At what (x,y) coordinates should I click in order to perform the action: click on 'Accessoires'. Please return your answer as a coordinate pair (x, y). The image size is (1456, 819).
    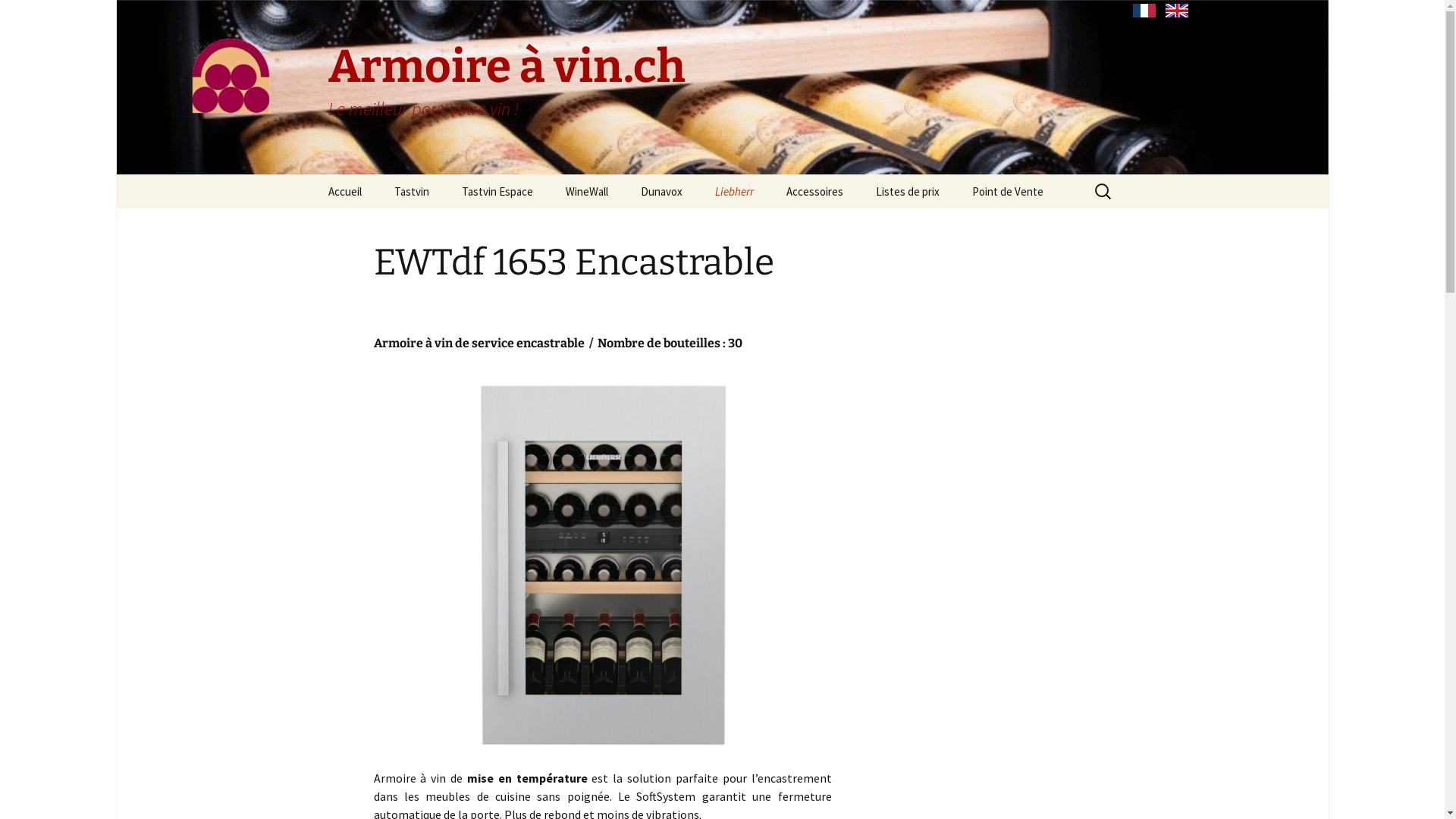
    Looking at the image, I should click on (813, 190).